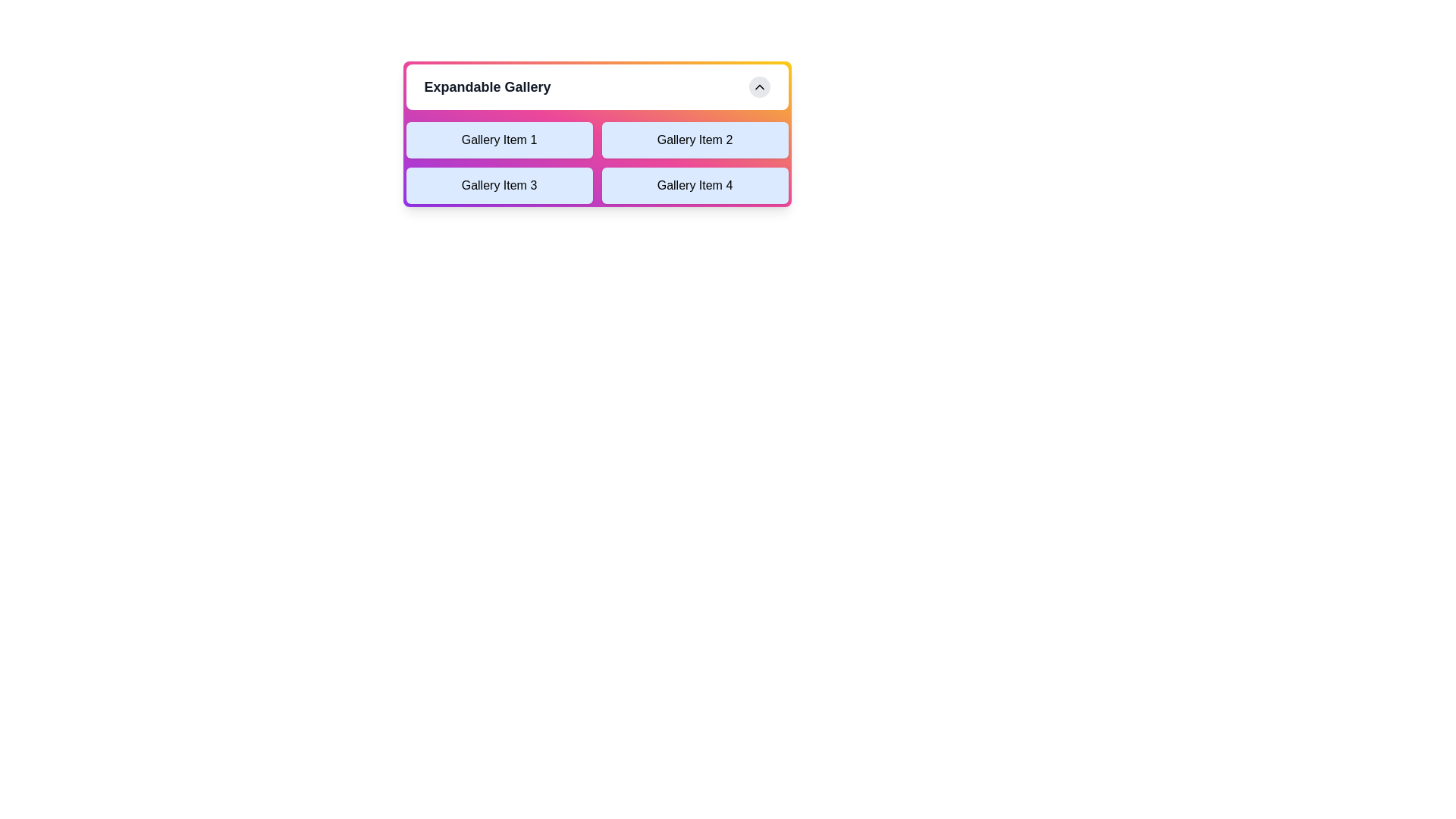  Describe the element at coordinates (694, 185) in the screenshot. I see `the 'Gallery Item 4' button for keyboard navigation by moving the cursor to its center point` at that location.